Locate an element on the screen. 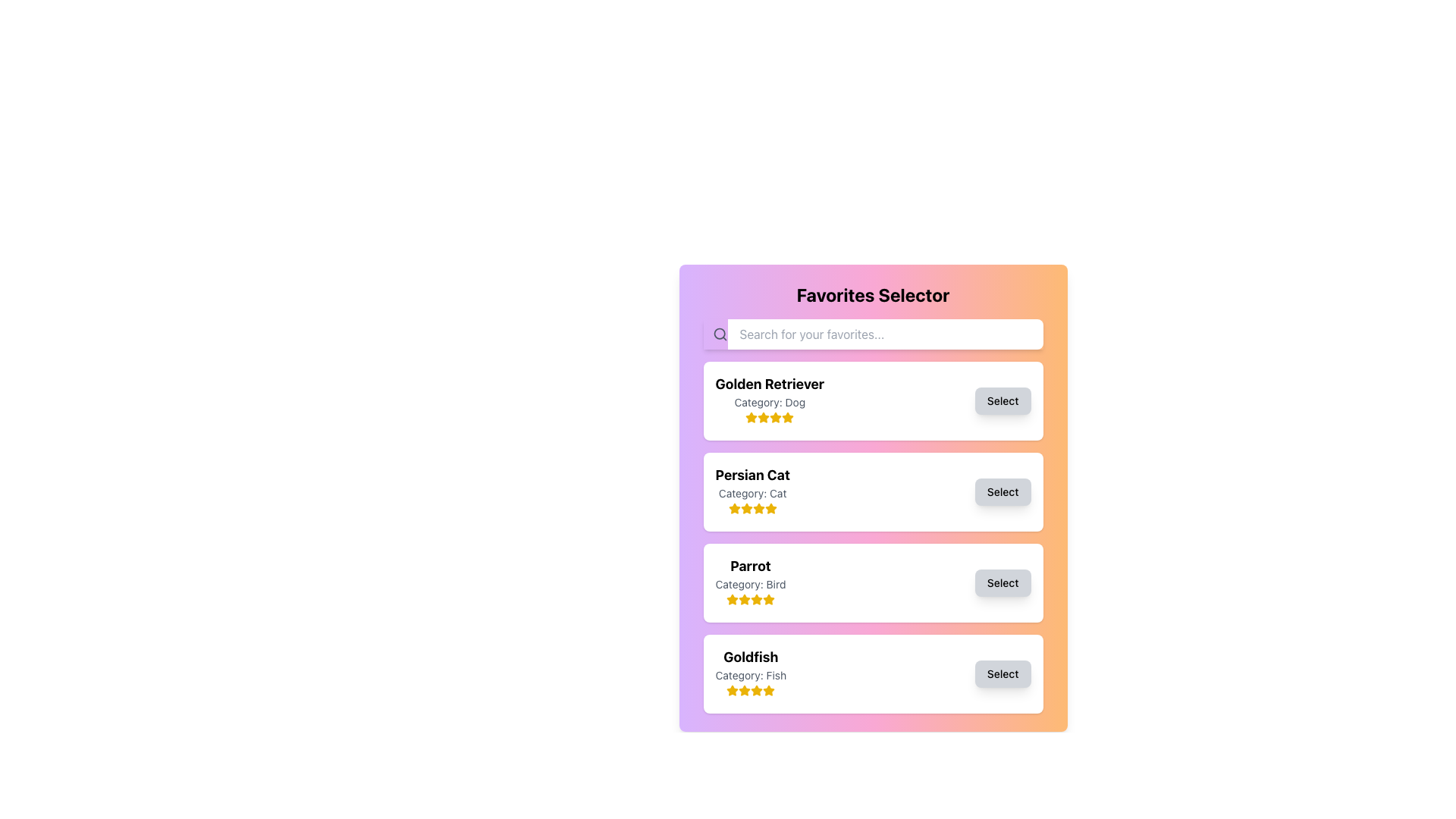 Image resolution: width=1456 pixels, height=819 pixels. the fifth yellow star icon in the rating system for the 'Goldfish' item is located at coordinates (757, 690).